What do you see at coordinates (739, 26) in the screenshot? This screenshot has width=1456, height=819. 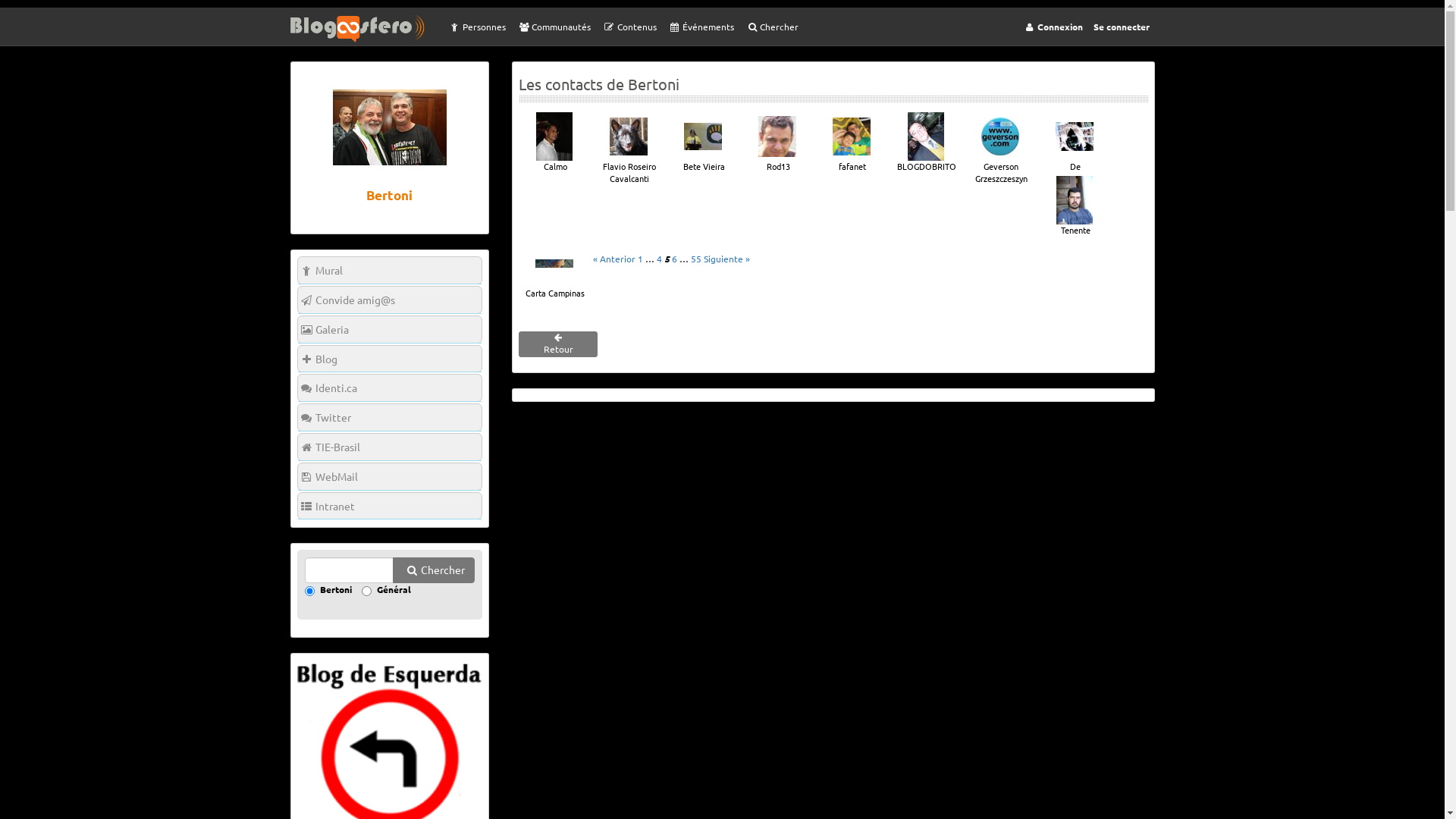 I see `'Chercher'` at bounding box center [739, 26].